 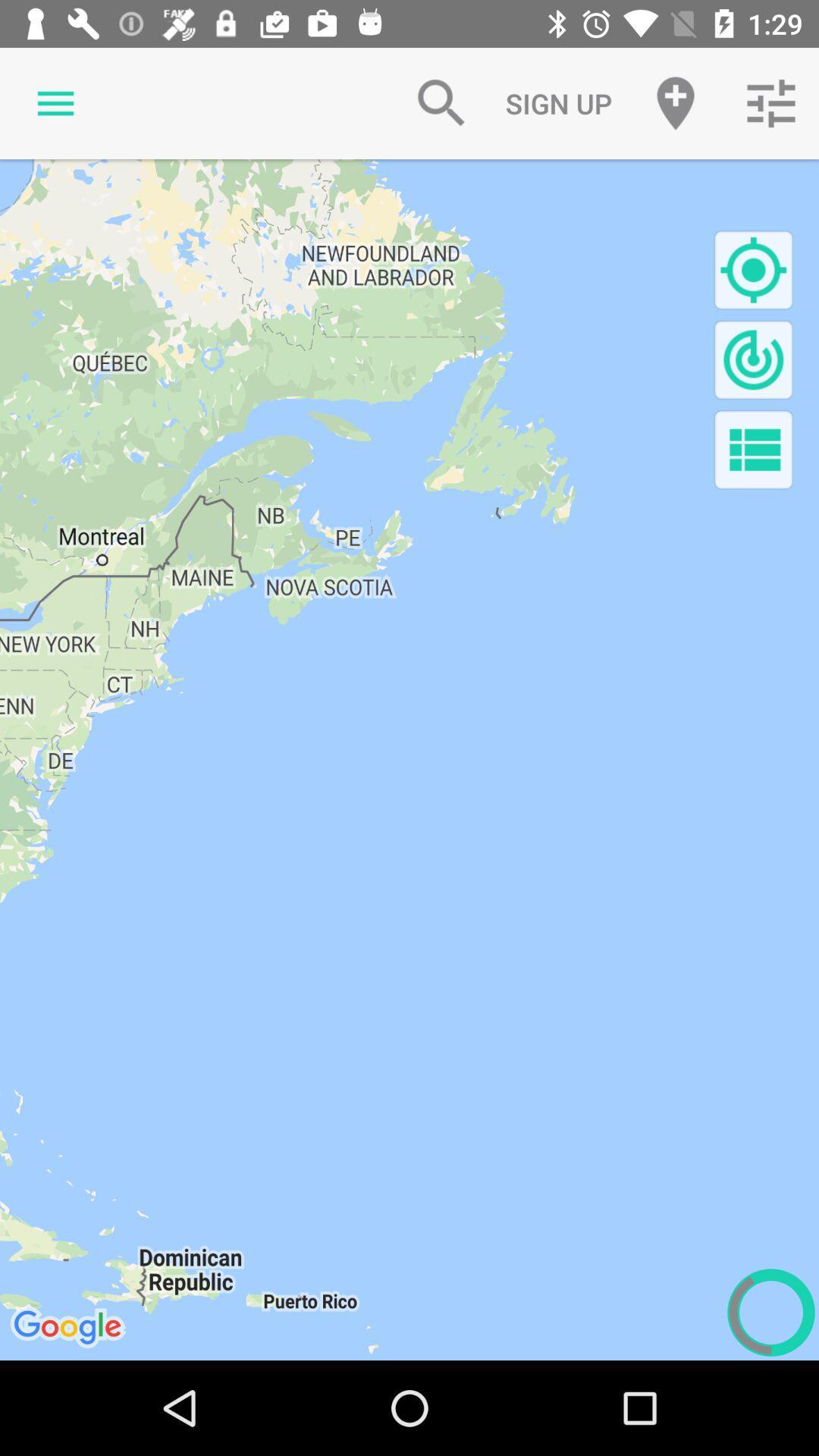 What do you see at coordinates (753, 270) in the screenshot?
I see `search for location` at bounding box center [753, 270].